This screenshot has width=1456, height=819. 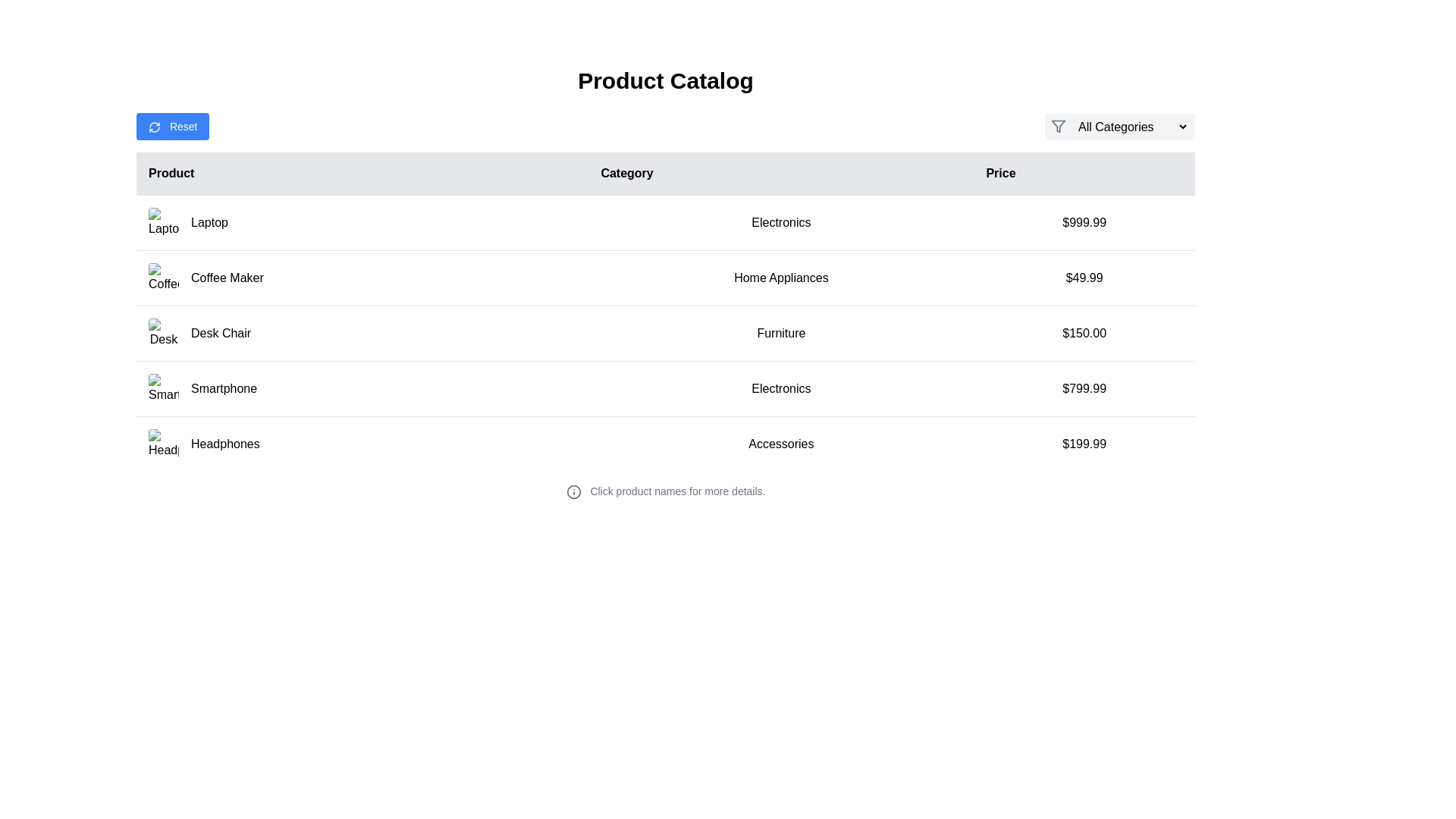 What do you see at coordinates (666, 222) in the screenshot?
I see `the first row of the product list displaying information about the Laptop, which spans across the first, second, and third columns` at bounding box center [666, 222].